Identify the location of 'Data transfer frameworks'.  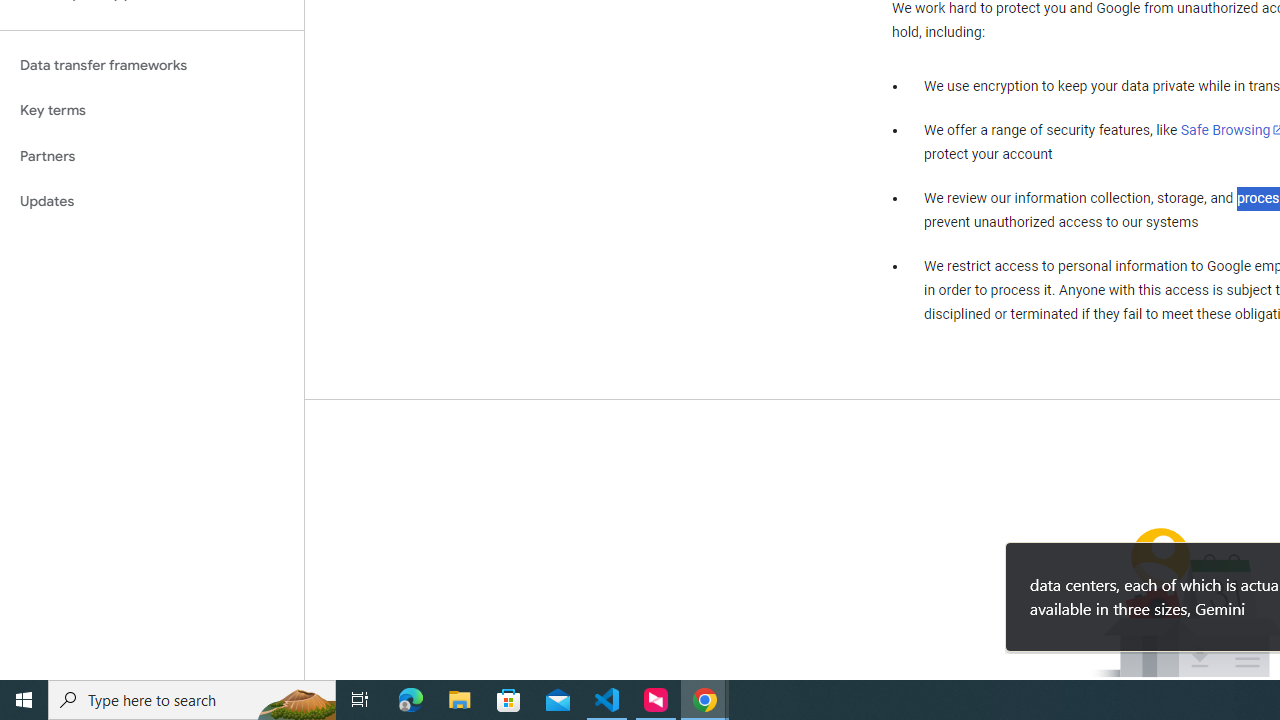
(151, 64).